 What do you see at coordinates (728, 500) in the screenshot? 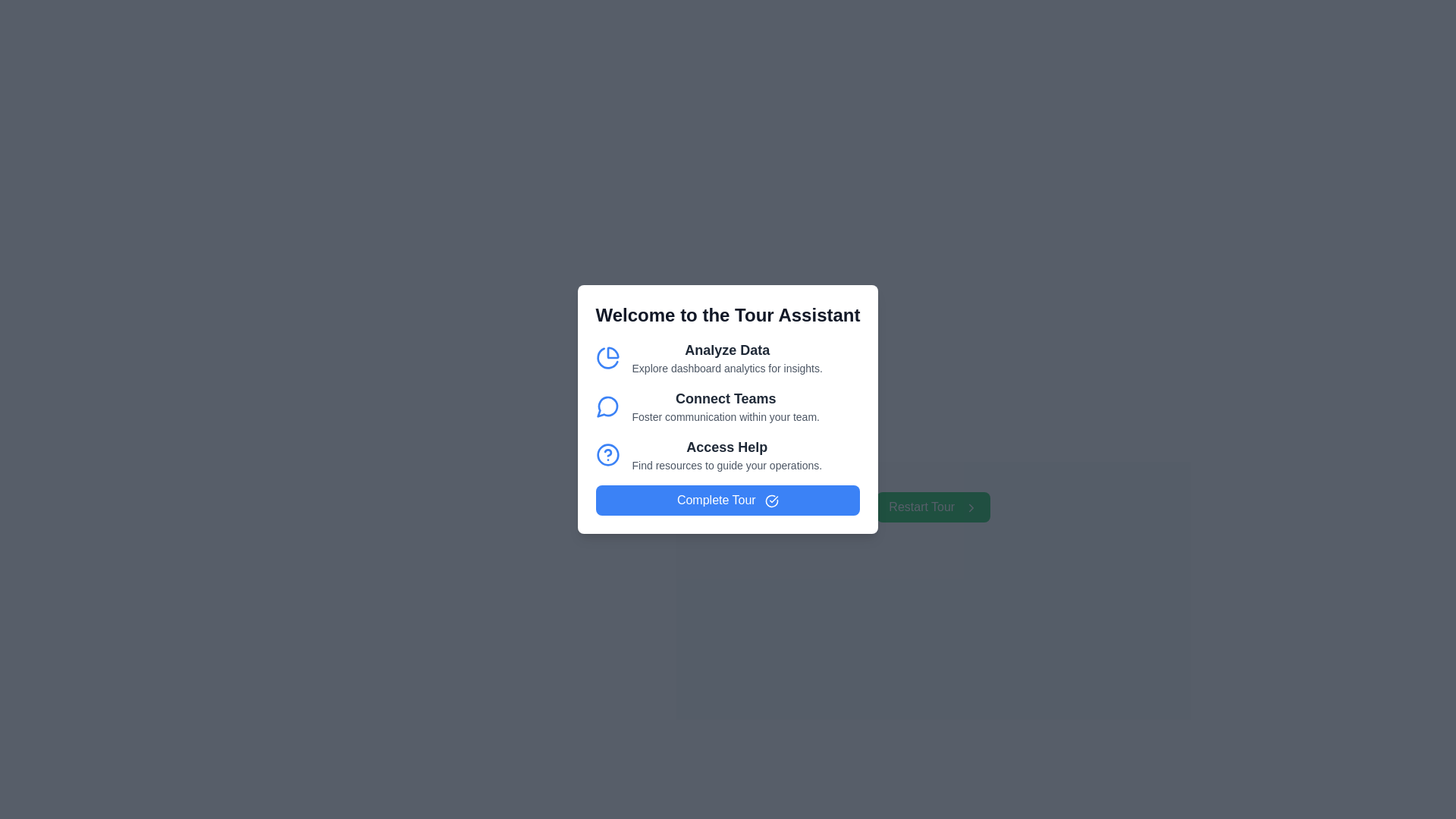
I see `the 'Complete Tour' button, which is a horizontally elongated button with rounded corners and a vivid blue background, featuring white text and a circular checkmark icon` at bounding box center [728, 500].